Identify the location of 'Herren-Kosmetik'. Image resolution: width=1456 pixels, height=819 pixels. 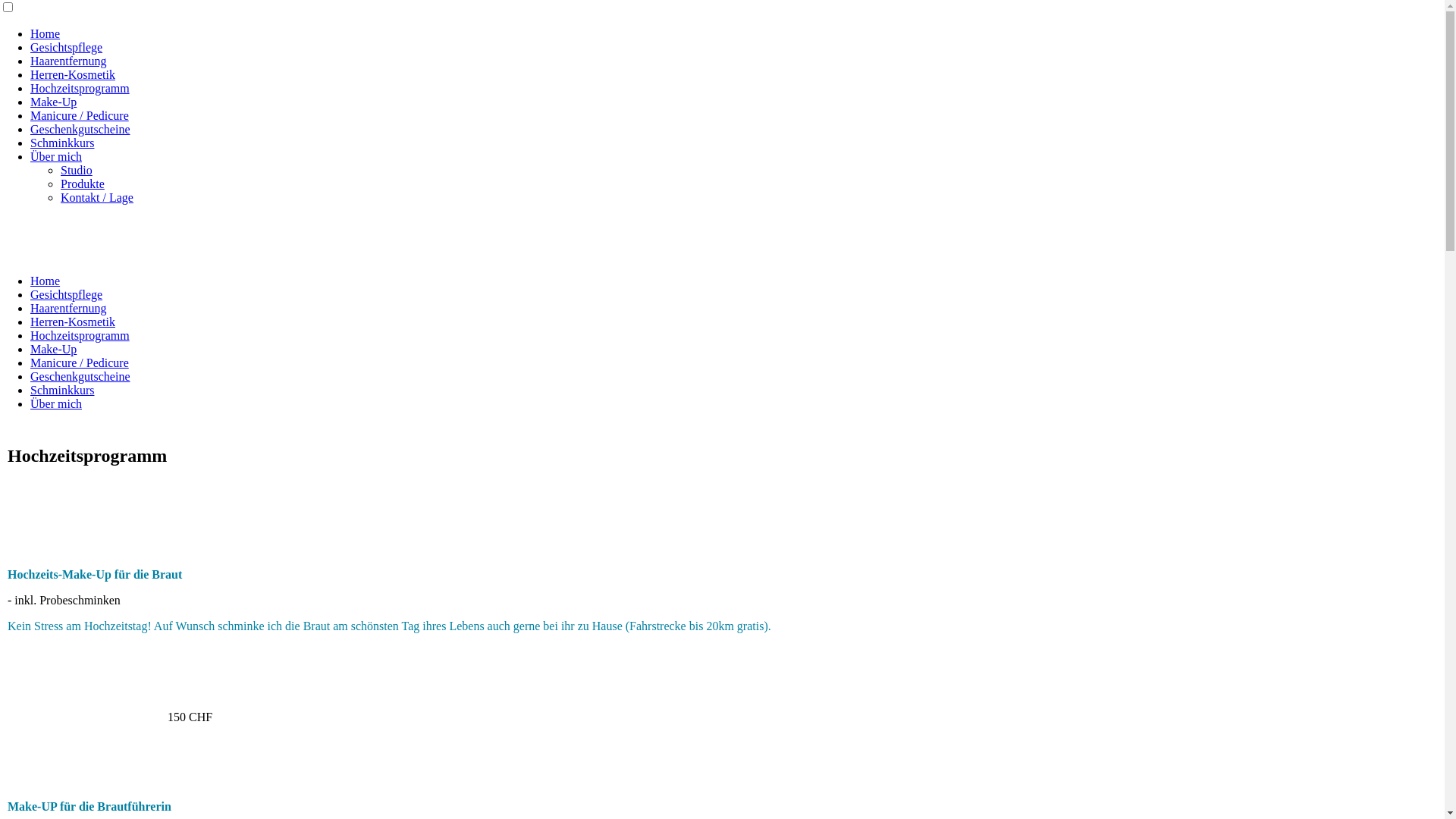
(30, 321).